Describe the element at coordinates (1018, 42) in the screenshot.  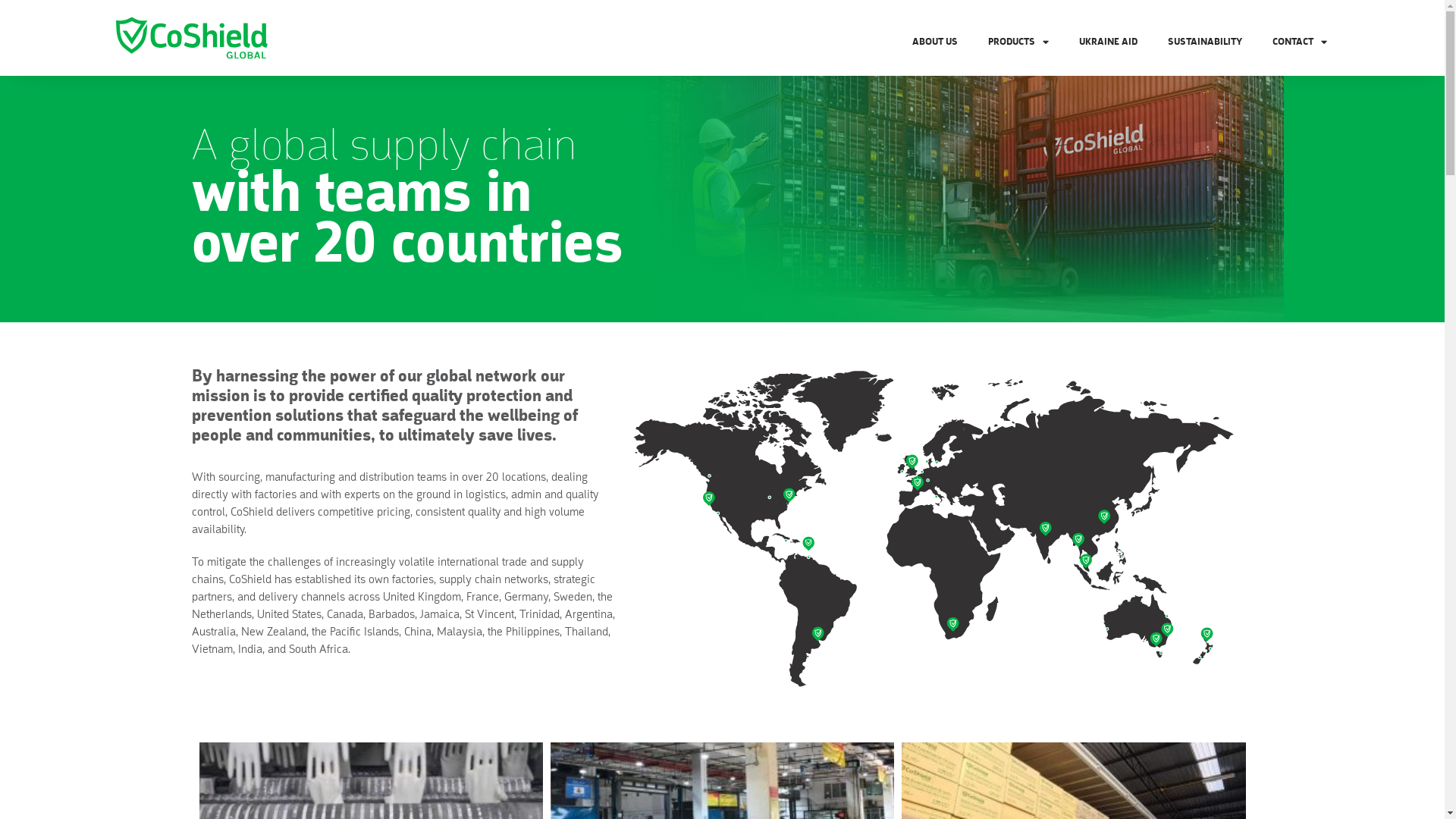
I see `'PRODUCTS'` at that location.